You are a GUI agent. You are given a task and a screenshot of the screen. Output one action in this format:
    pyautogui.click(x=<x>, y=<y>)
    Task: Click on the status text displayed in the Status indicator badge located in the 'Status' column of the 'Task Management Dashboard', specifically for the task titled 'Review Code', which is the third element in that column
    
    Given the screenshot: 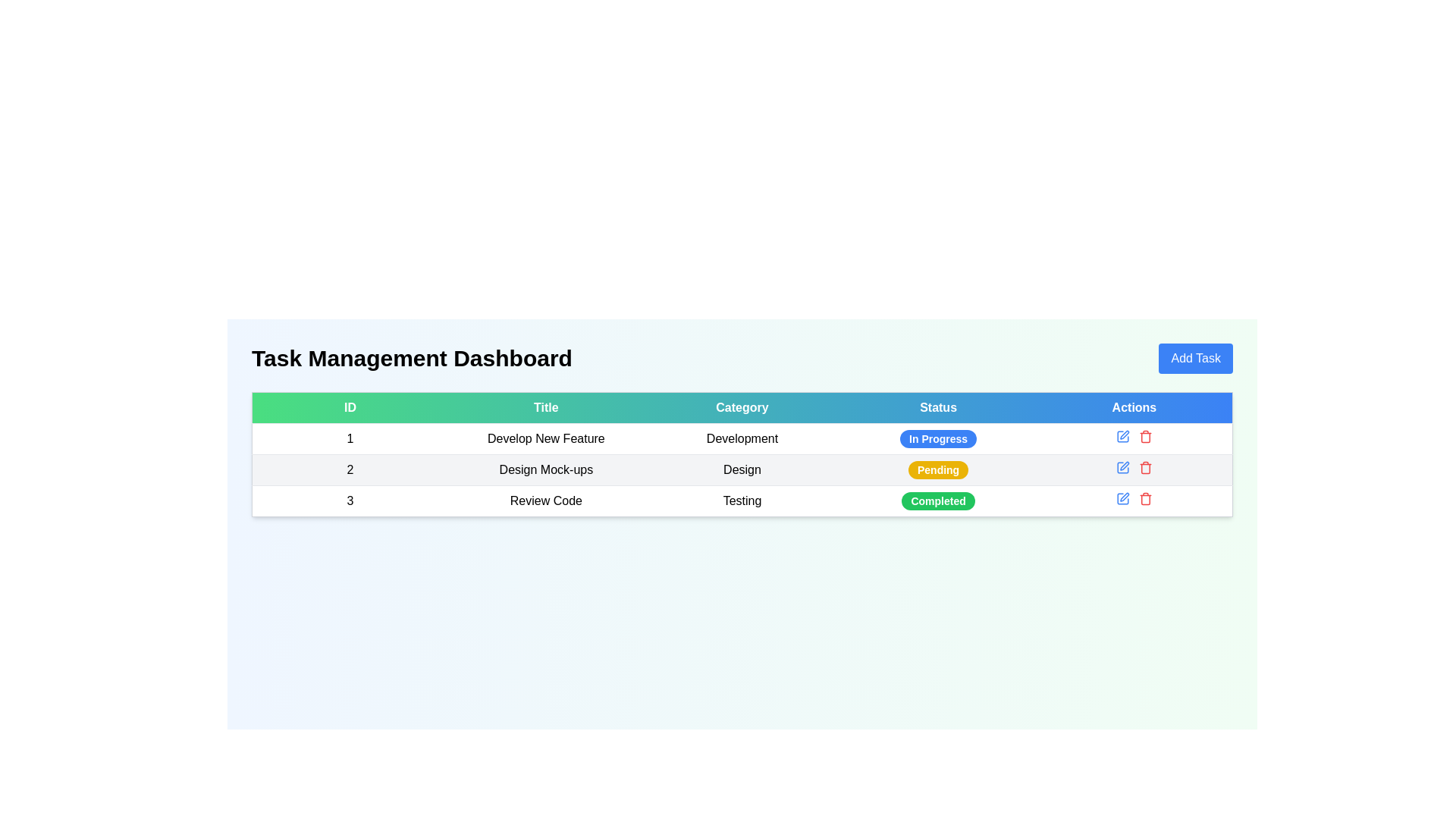 What is the action you would take?
    pyautogui.click(x=937, y=500)
    